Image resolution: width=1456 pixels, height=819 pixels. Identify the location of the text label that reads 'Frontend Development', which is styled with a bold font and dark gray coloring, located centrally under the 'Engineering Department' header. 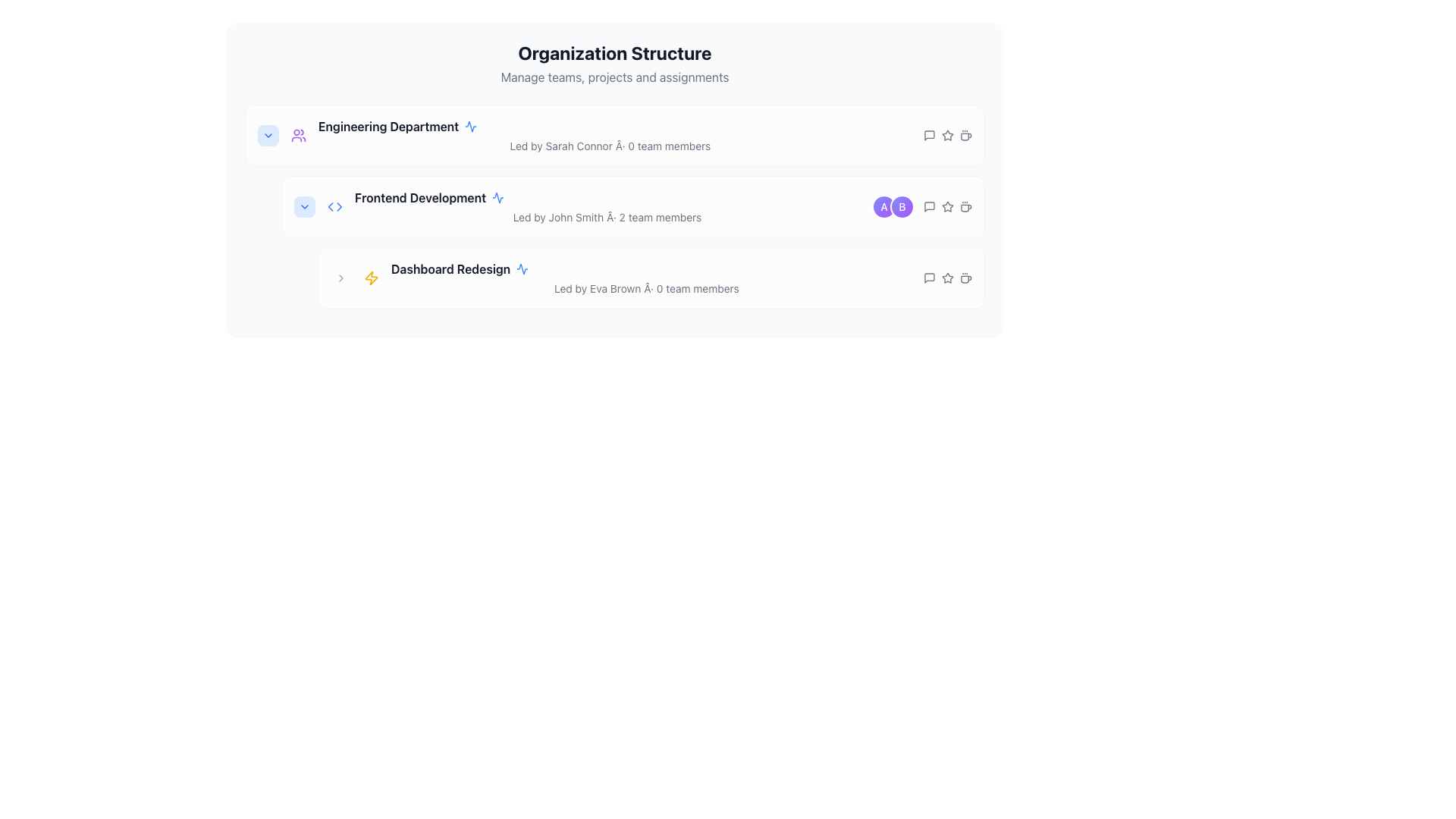
(420, 197).